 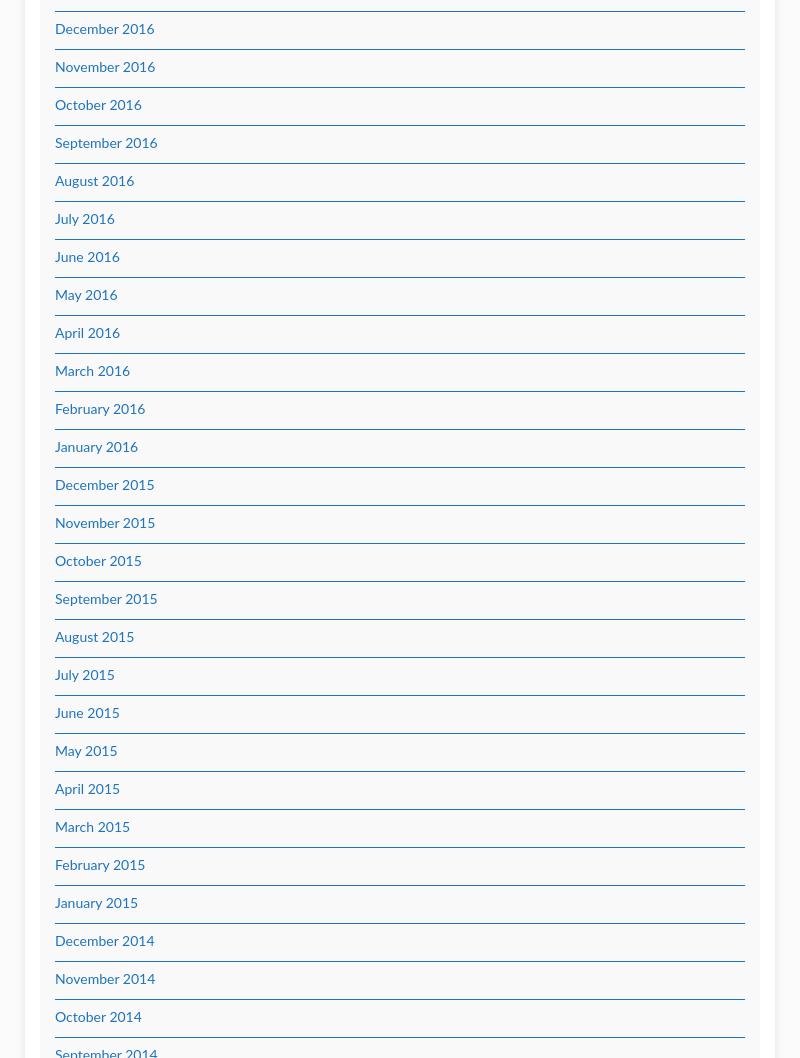 What do you see at coordinates (87, 790) in the screenshot?
I see `'April 2015'` at bounding box center [87, 790].